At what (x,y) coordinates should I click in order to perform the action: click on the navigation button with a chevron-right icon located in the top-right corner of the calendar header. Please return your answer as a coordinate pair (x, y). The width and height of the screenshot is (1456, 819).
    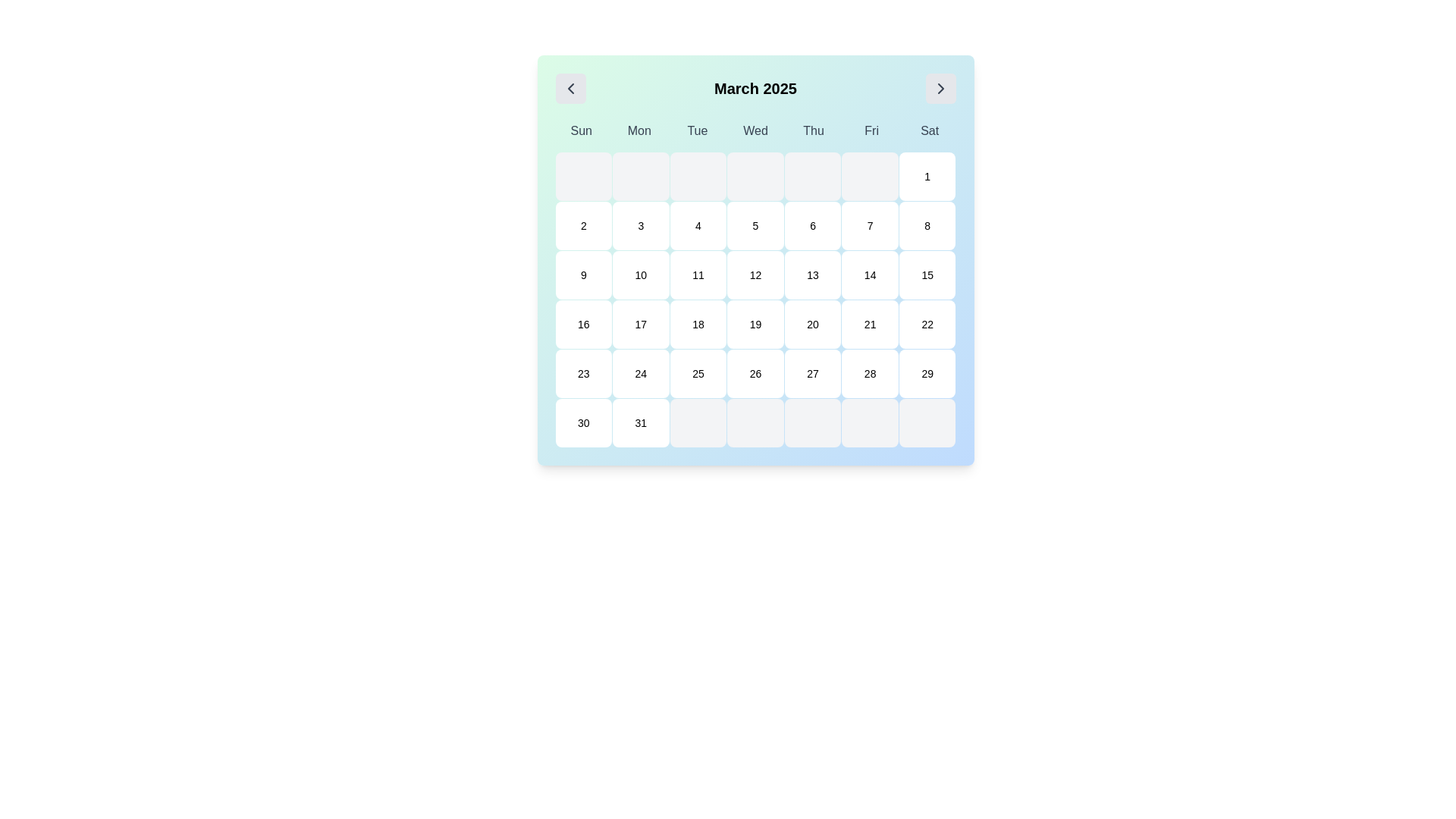
    Looking at the image, I should click on (940, 88).